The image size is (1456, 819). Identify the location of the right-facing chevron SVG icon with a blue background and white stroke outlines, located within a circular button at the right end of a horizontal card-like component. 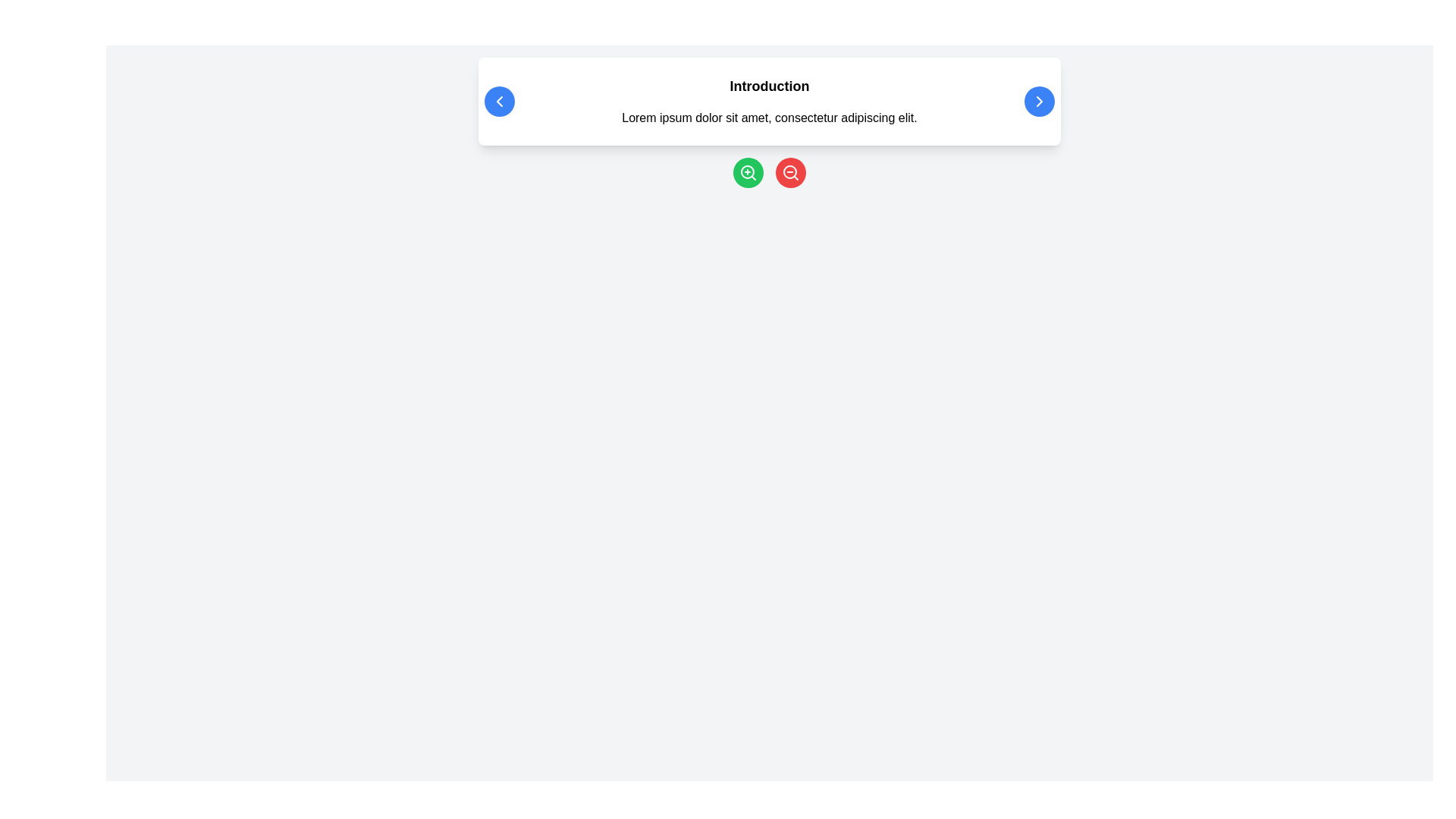
(1039, 102).